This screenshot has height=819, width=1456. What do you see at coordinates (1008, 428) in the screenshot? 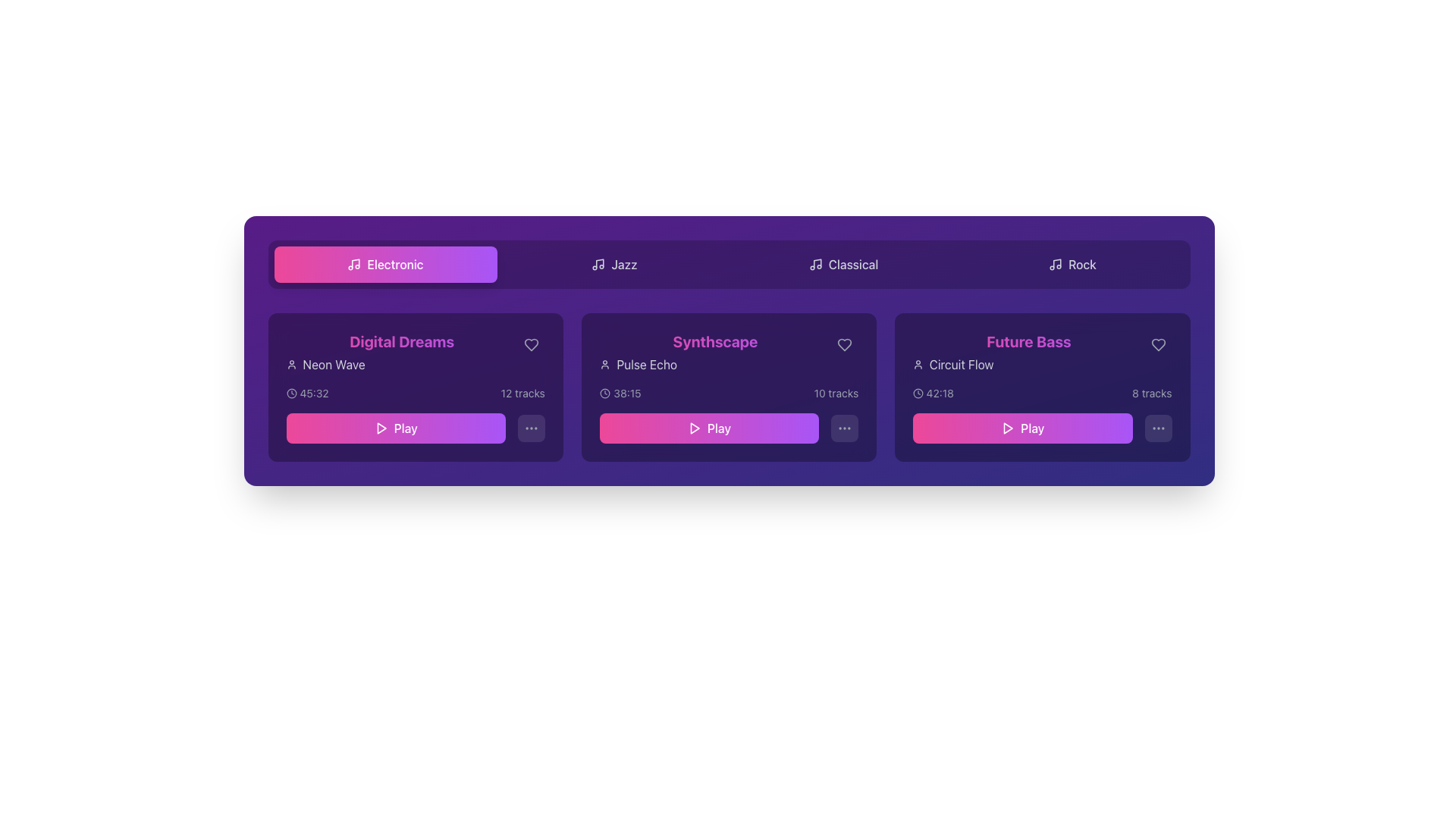
I see `the triangular play icon, styled with a gradient from magenta to purple, located at the center of the 'Play' button beneath the 'Future Bass' card` at bounding box center [1008, 428].